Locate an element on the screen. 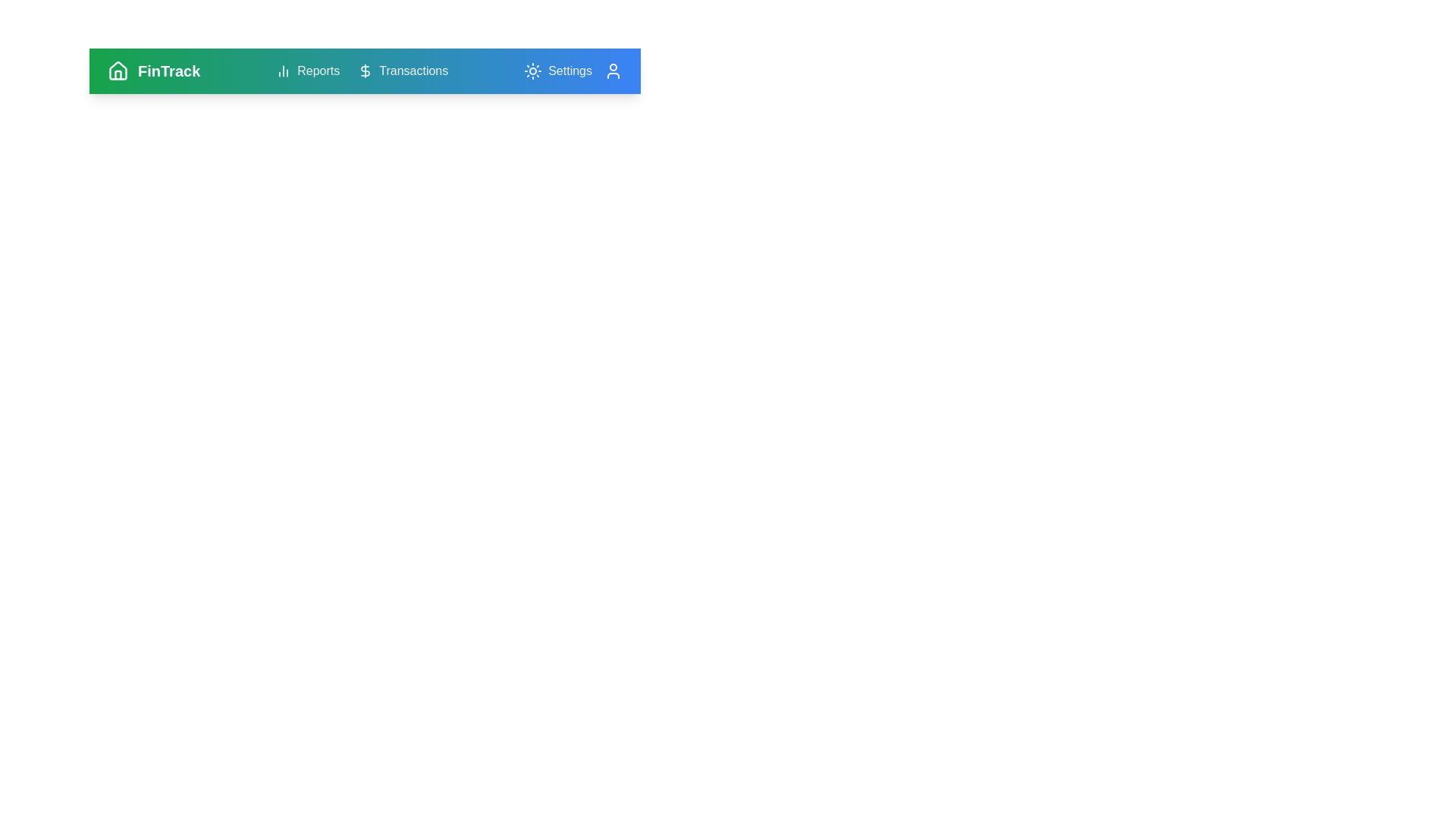  the 'Transactions' button to navigate to the Transactions section is located at coordinates (403, 71).